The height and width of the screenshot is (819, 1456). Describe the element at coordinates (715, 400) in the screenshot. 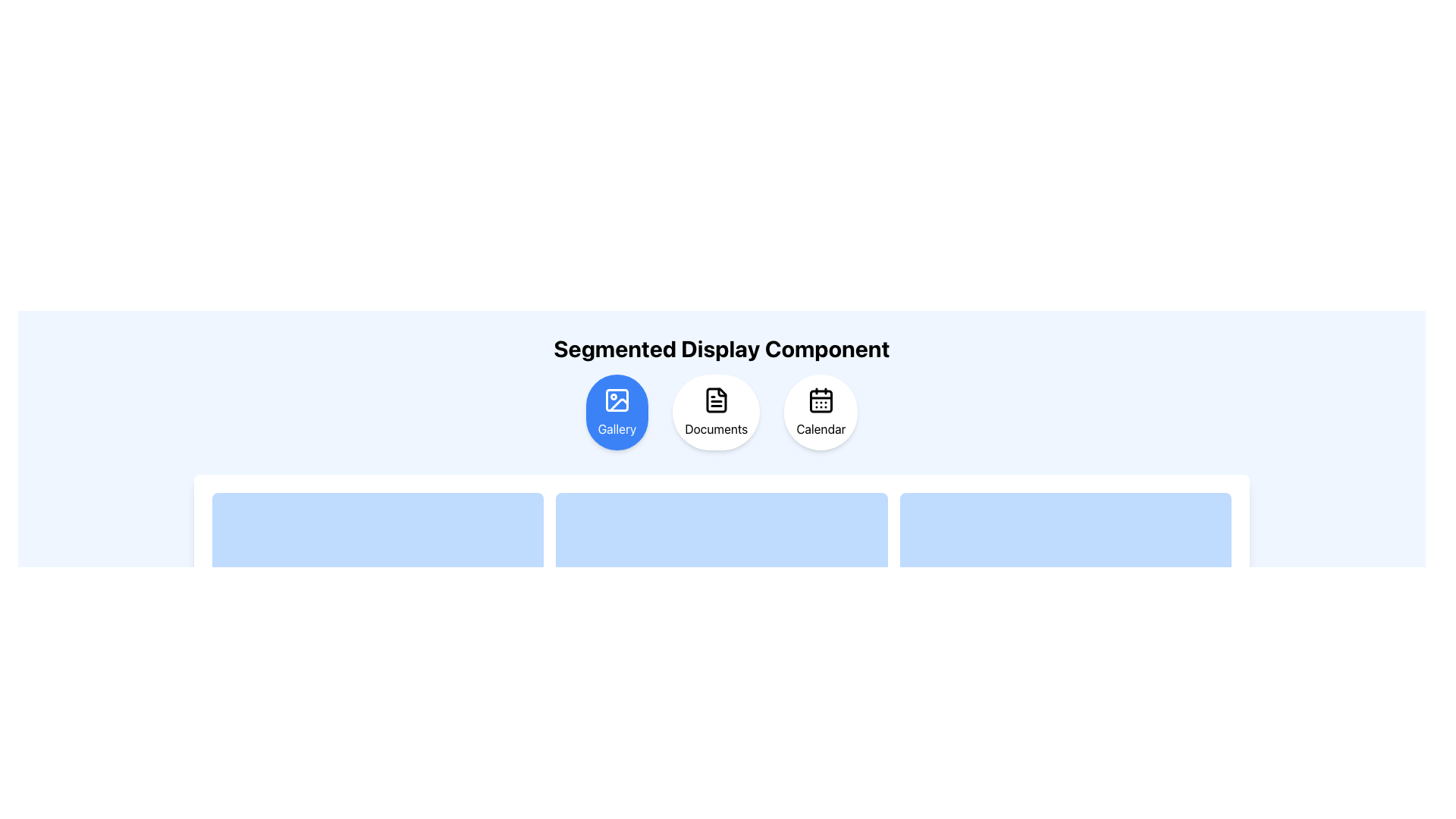

I see `the file icon within the 'Documents' button` at that location.